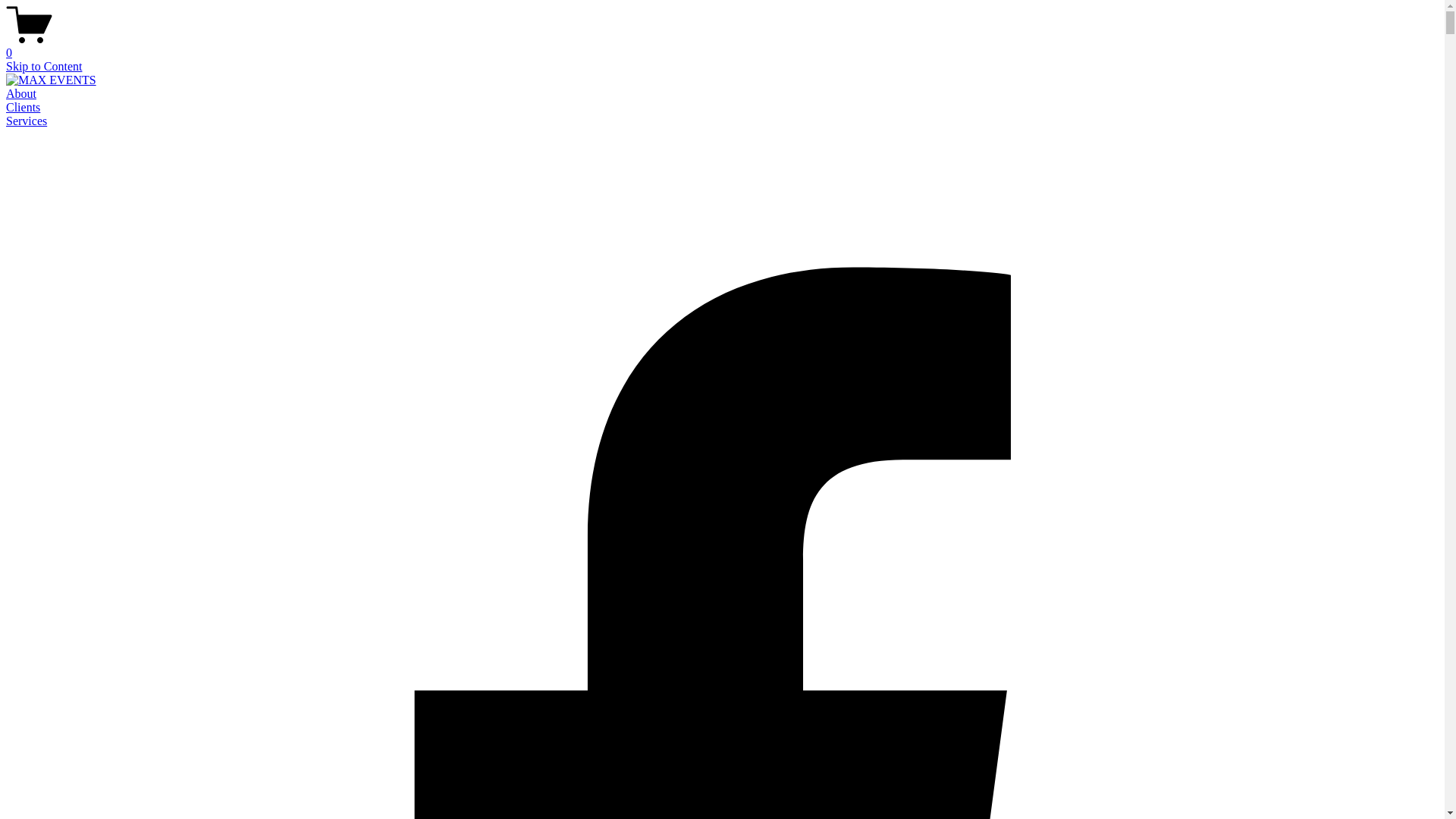 The width and height of the screenshot is (1456, 819). I want to click on 'Clients', so click(23, 106).